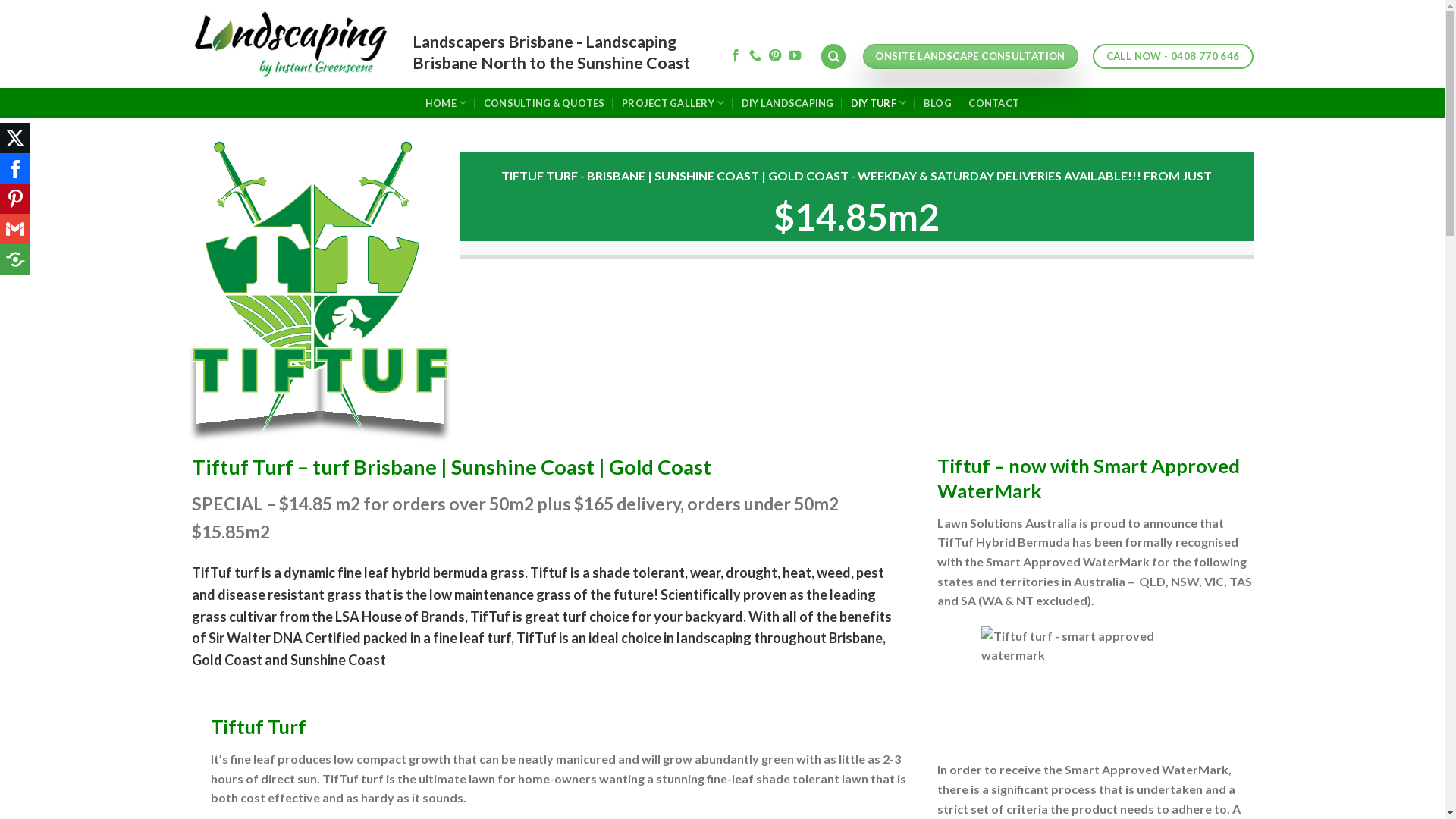  I want to click on 'CONSULTING & QUOTES', so click(544, 102).